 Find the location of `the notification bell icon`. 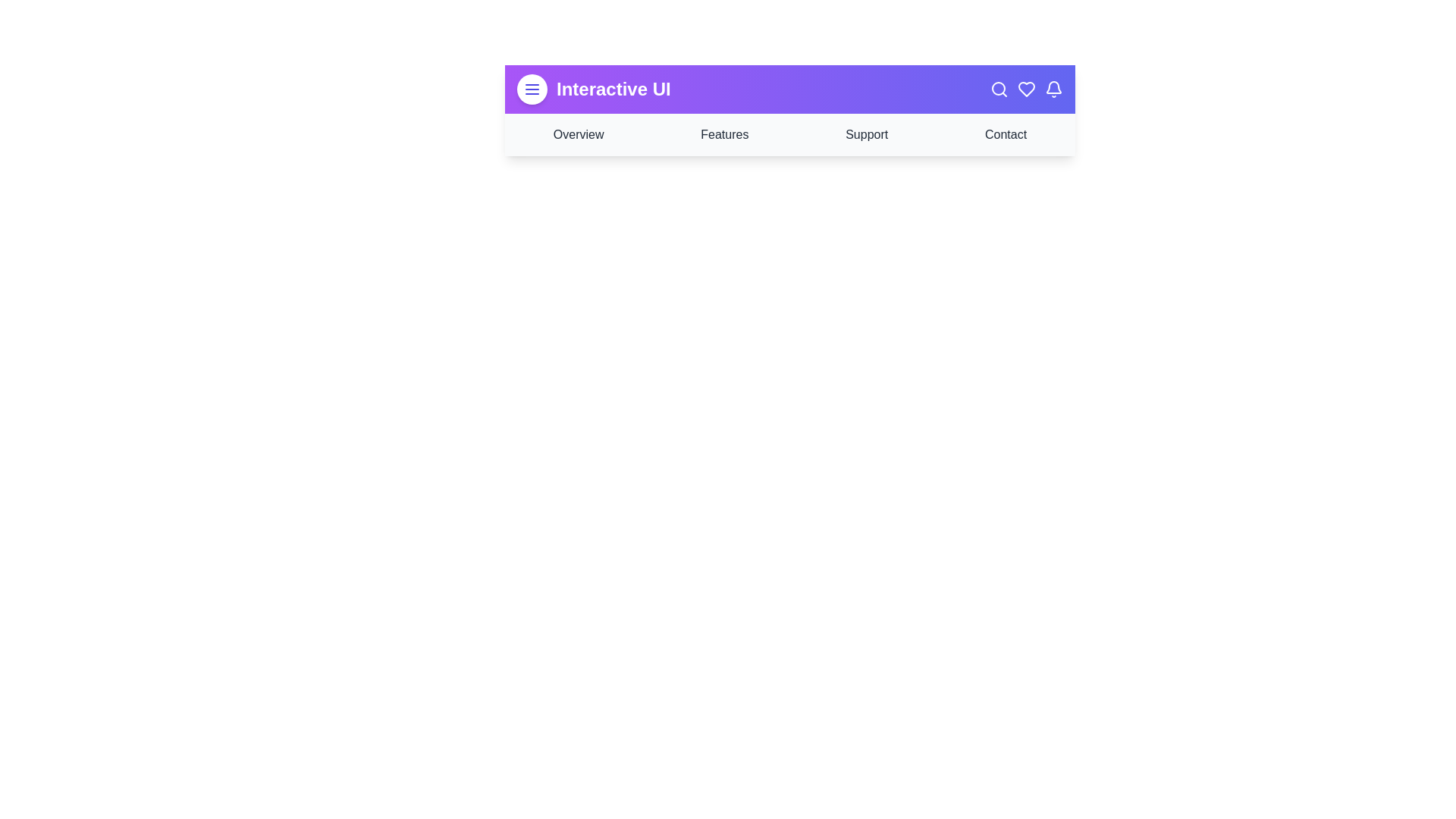

the notification bell icon is located at coordinates (1053, 89).